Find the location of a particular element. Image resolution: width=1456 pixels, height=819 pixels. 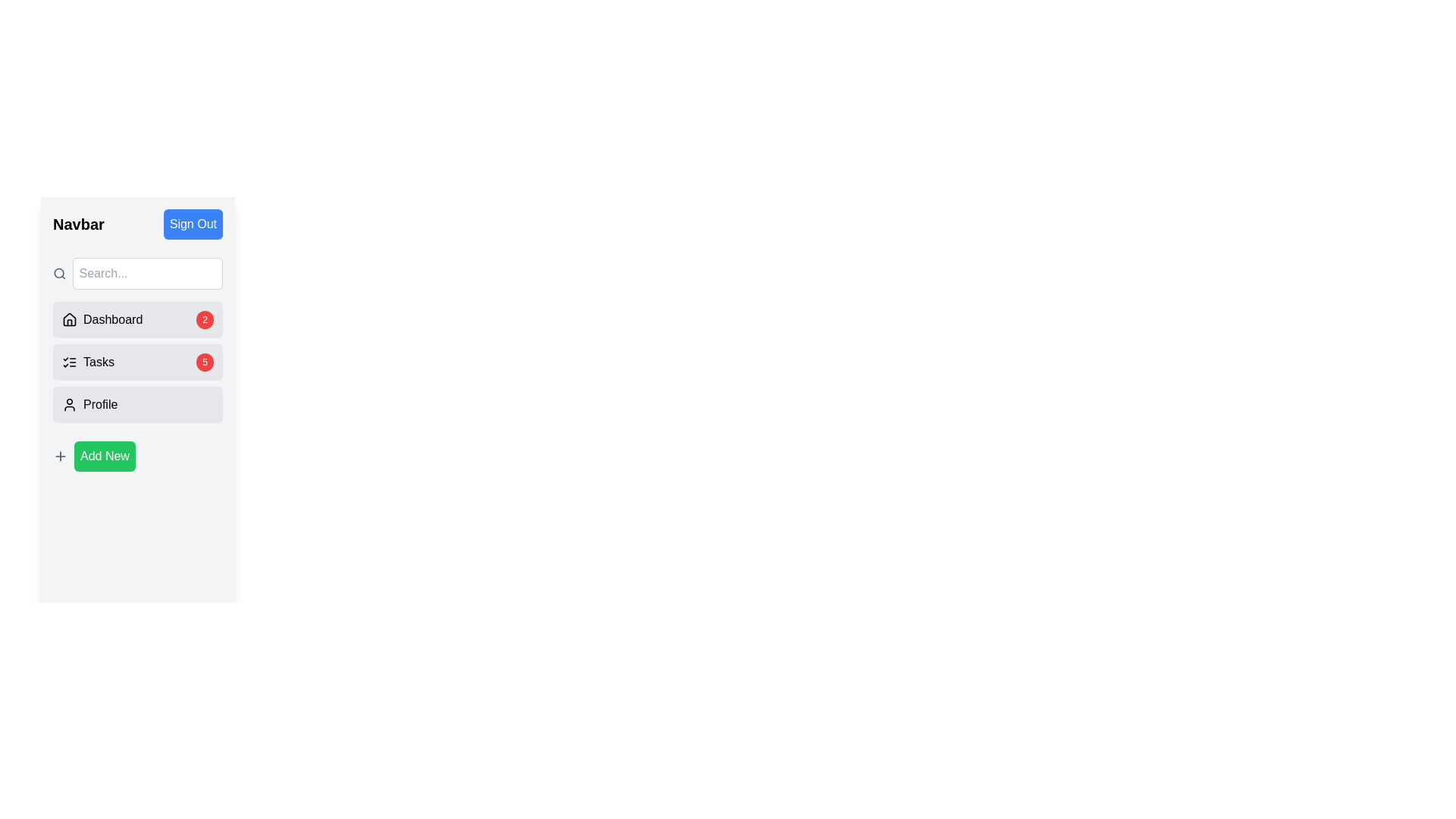

the 'Tasks' navigation item in the sidebar to switch sections is located at coordinates (138, 366).